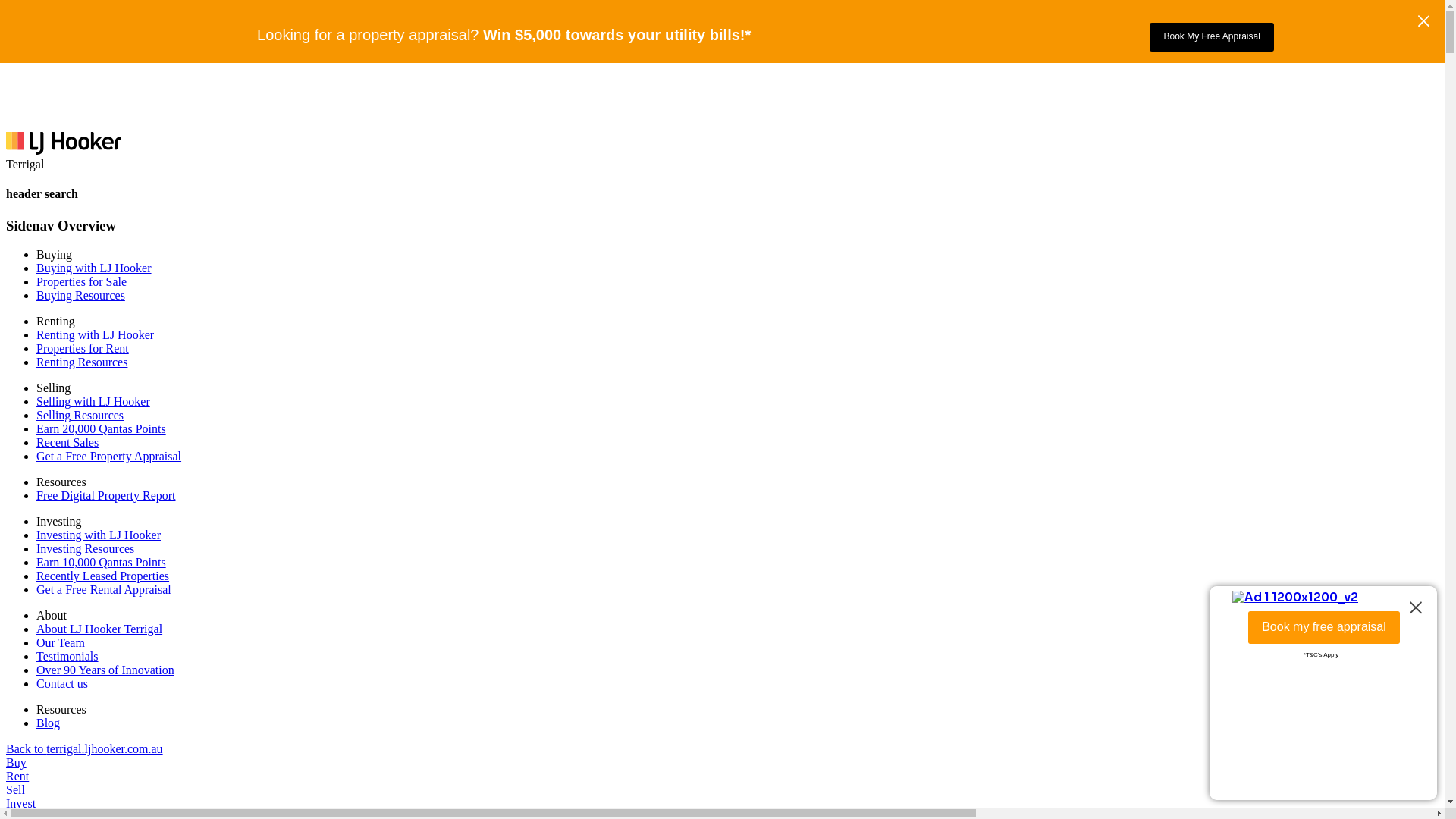 The height and width of the screenshot is (819, 1456). Describe the element at coordinates (94, 334) in the screenshot. I see `'Renting with LJ Hooker'` at that location.